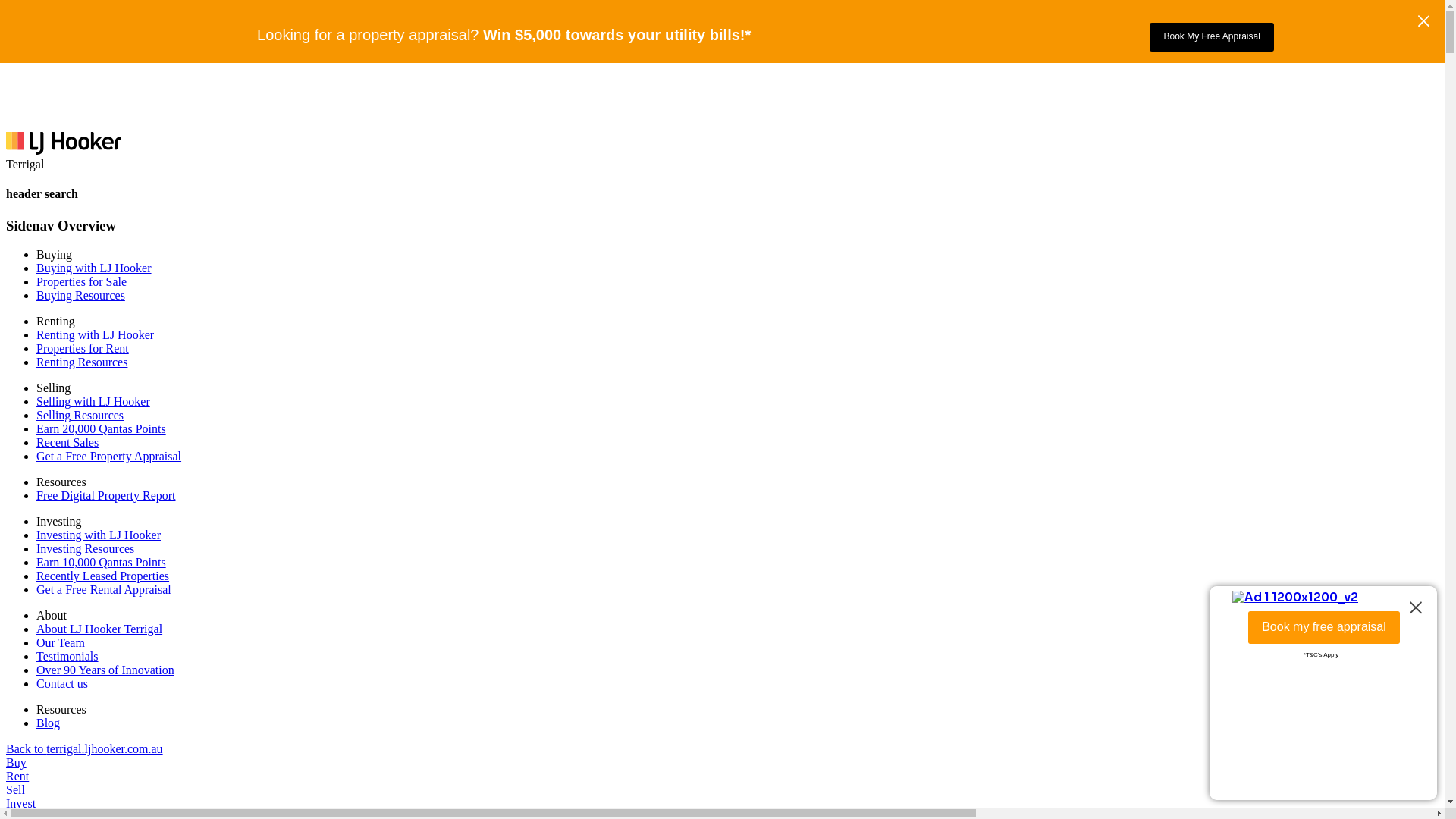 The height and width of the screenshot is (819, 1456). Describe the element at coordinates (94, 334) in the screenshot. I see `'Renting with LJ Hooker'` at that location.